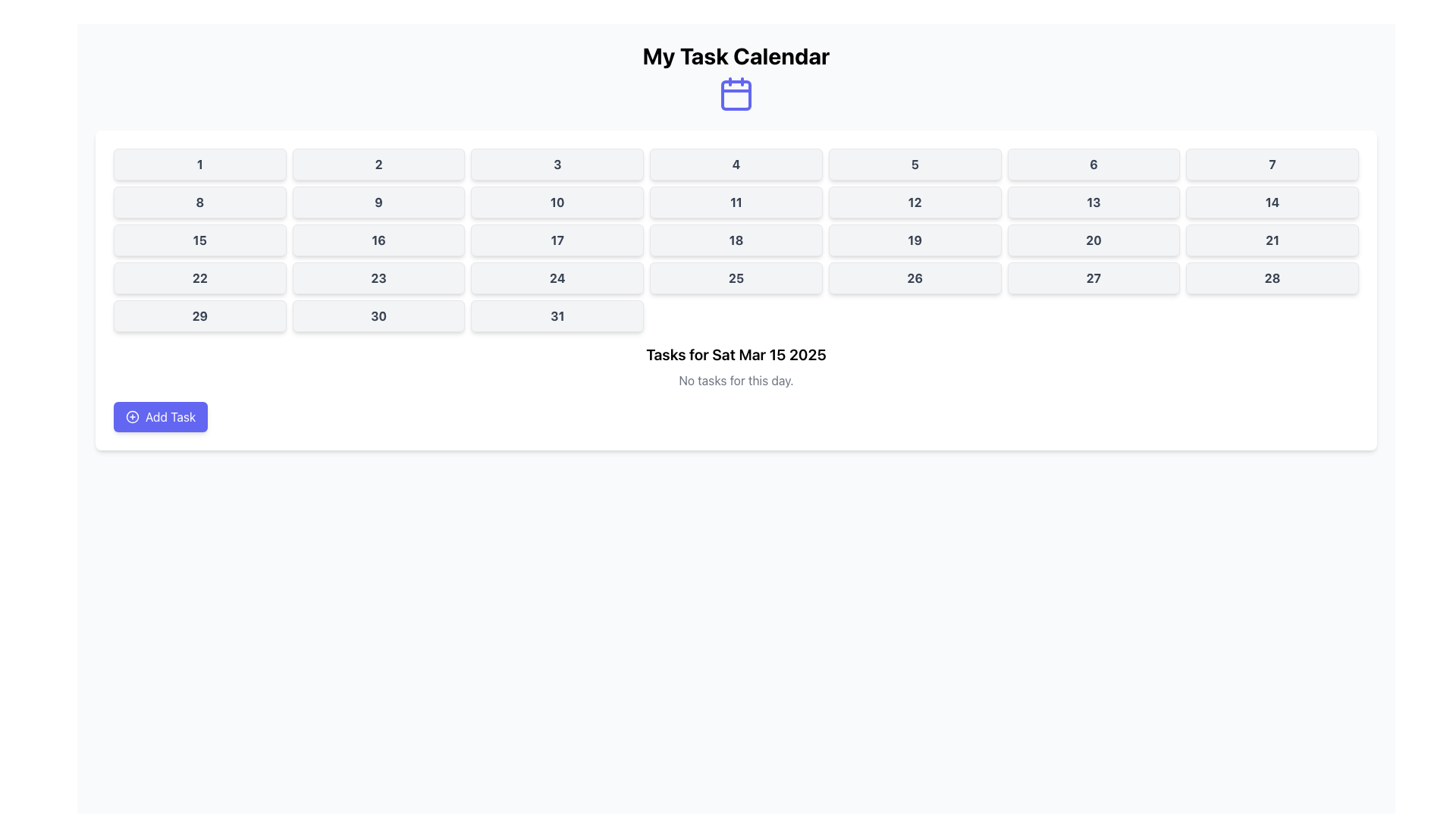  I want to click on the button representing a selectable day in the second row and second column of the calendar grid, so click(378, 201).